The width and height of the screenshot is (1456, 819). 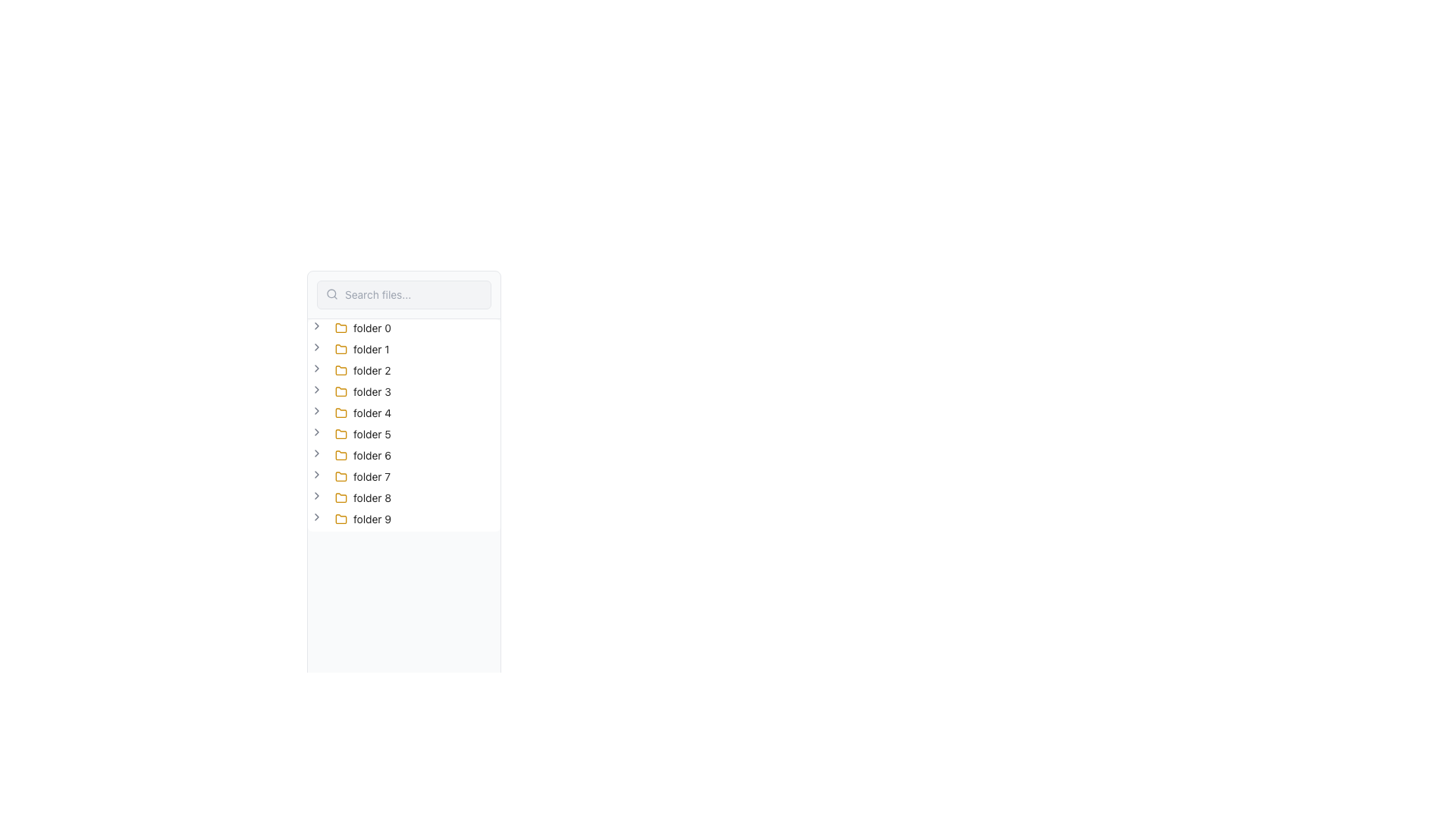 I want to click on the folder icon associated with the label 'folder 6', which is positioned in the sixth position of the list, so click(x=340, y=455).